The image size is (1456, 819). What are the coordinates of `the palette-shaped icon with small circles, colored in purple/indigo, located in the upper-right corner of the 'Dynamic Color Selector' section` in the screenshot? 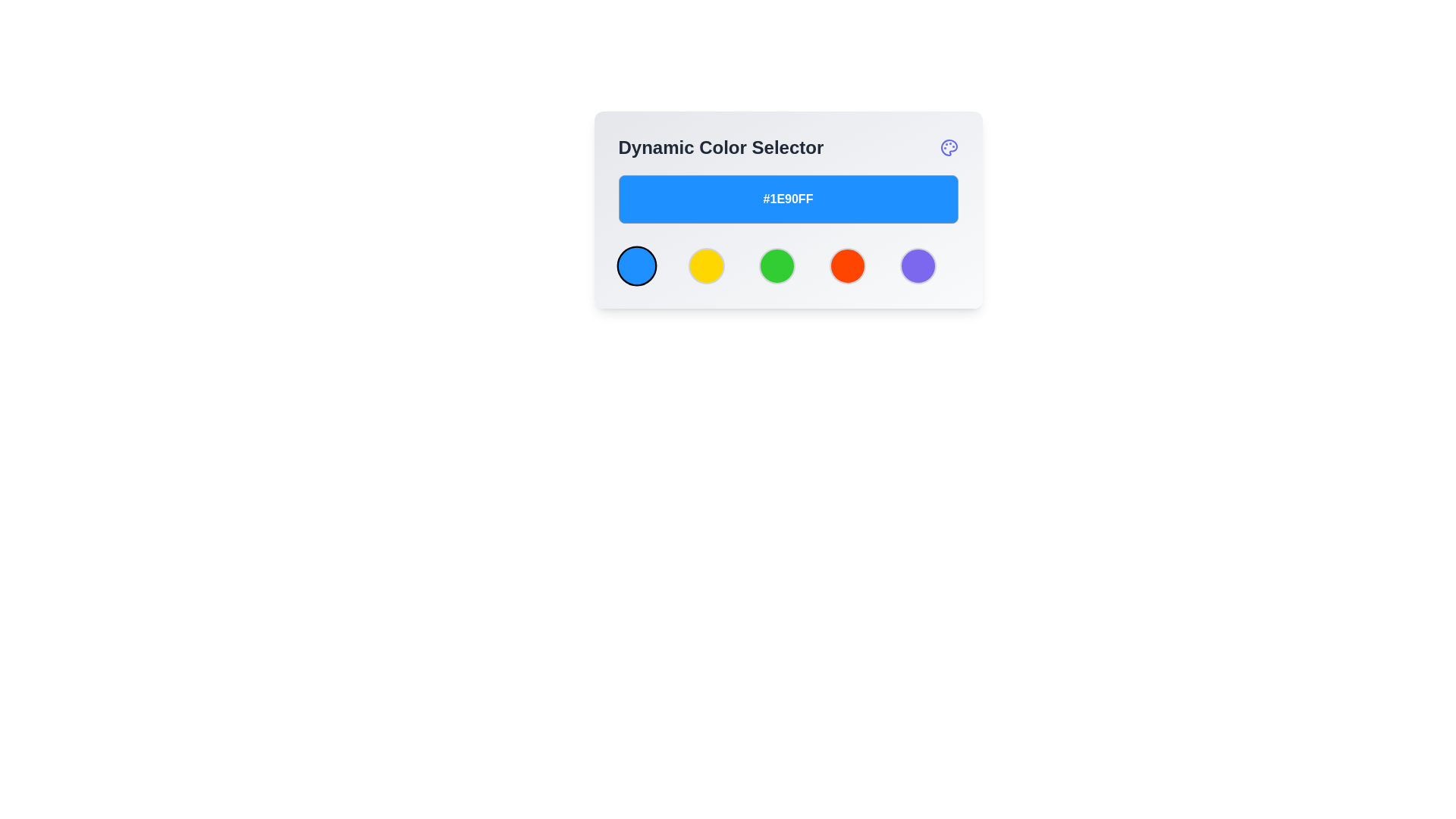 It's located at (948, 148).